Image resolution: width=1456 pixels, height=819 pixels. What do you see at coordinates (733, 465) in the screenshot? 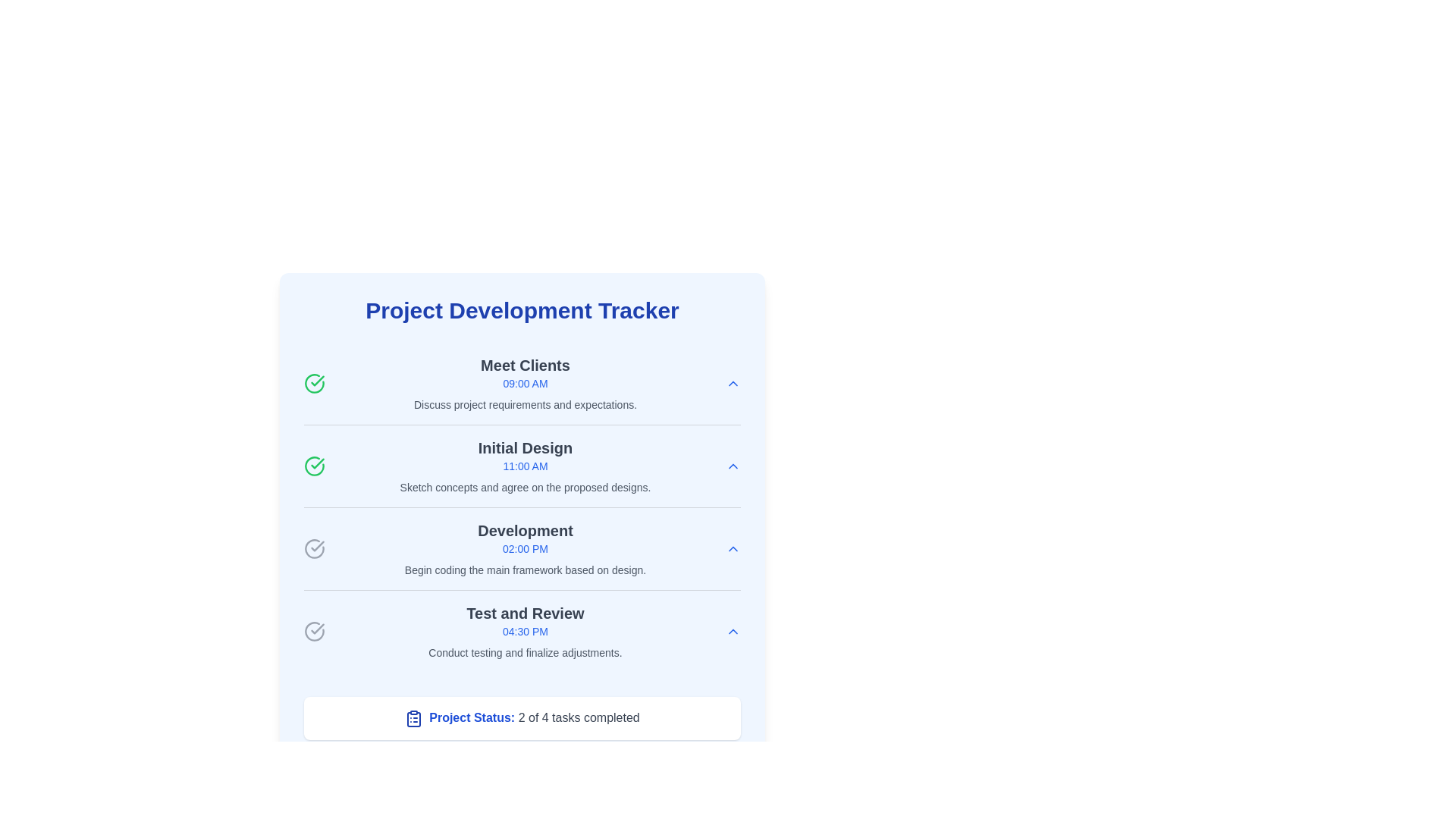
I see `the interactive button` at bounding box center [733, 465].